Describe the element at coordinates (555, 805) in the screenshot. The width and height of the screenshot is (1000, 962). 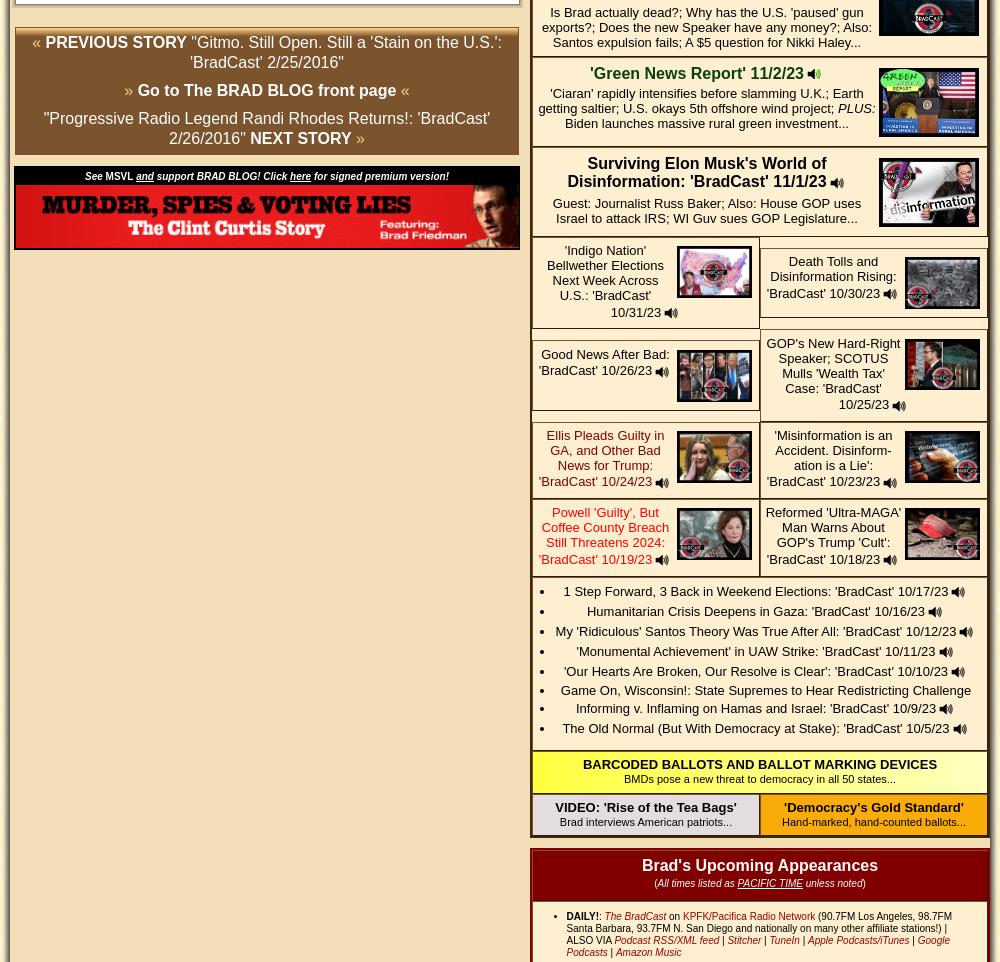
I see `'VIDEO: 'Rise of the Tea Bags''` at that location.